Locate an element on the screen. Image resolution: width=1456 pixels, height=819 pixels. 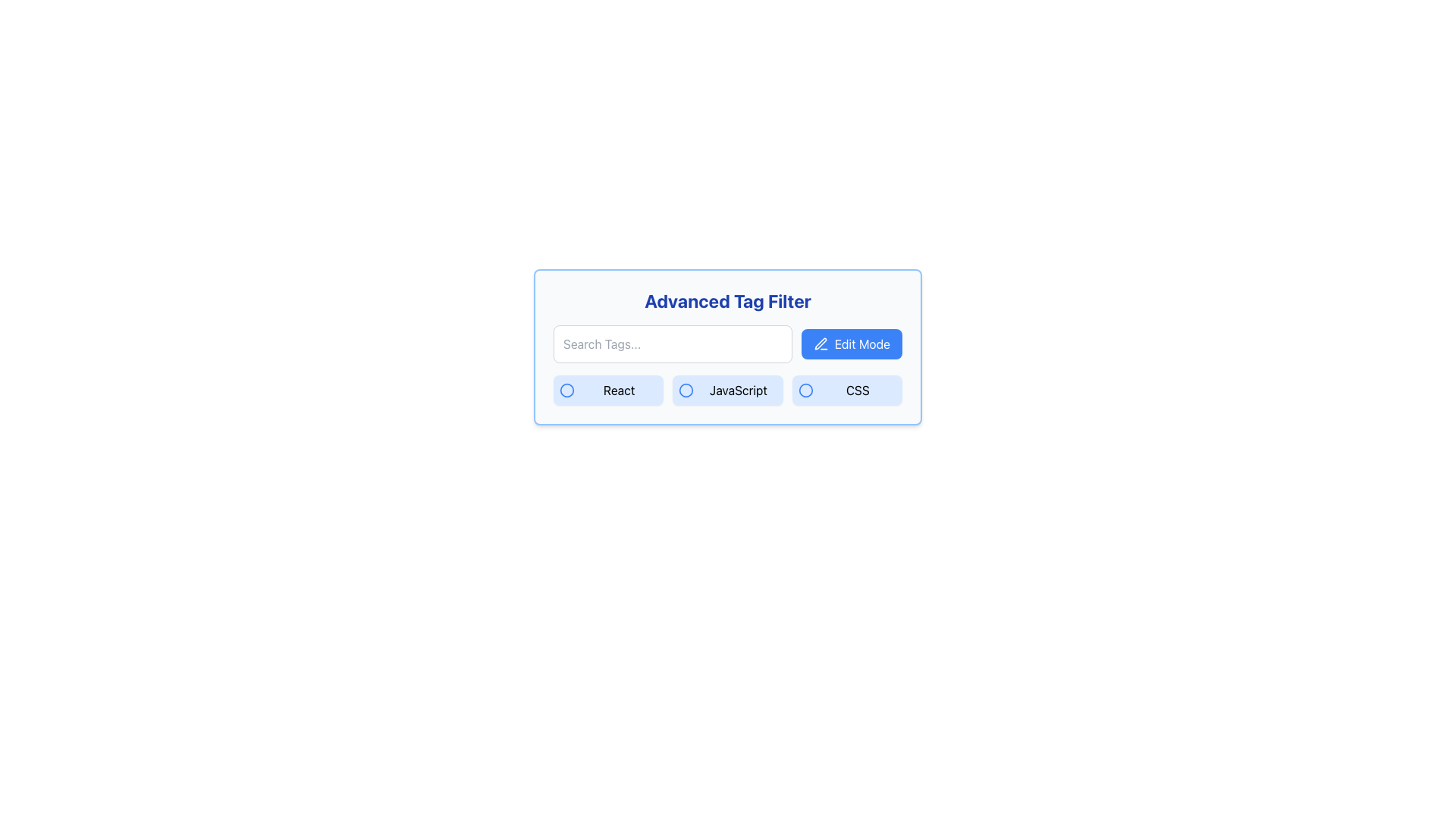
the circular radio button labeled 'CSS' is located at coordinates (846, 390).